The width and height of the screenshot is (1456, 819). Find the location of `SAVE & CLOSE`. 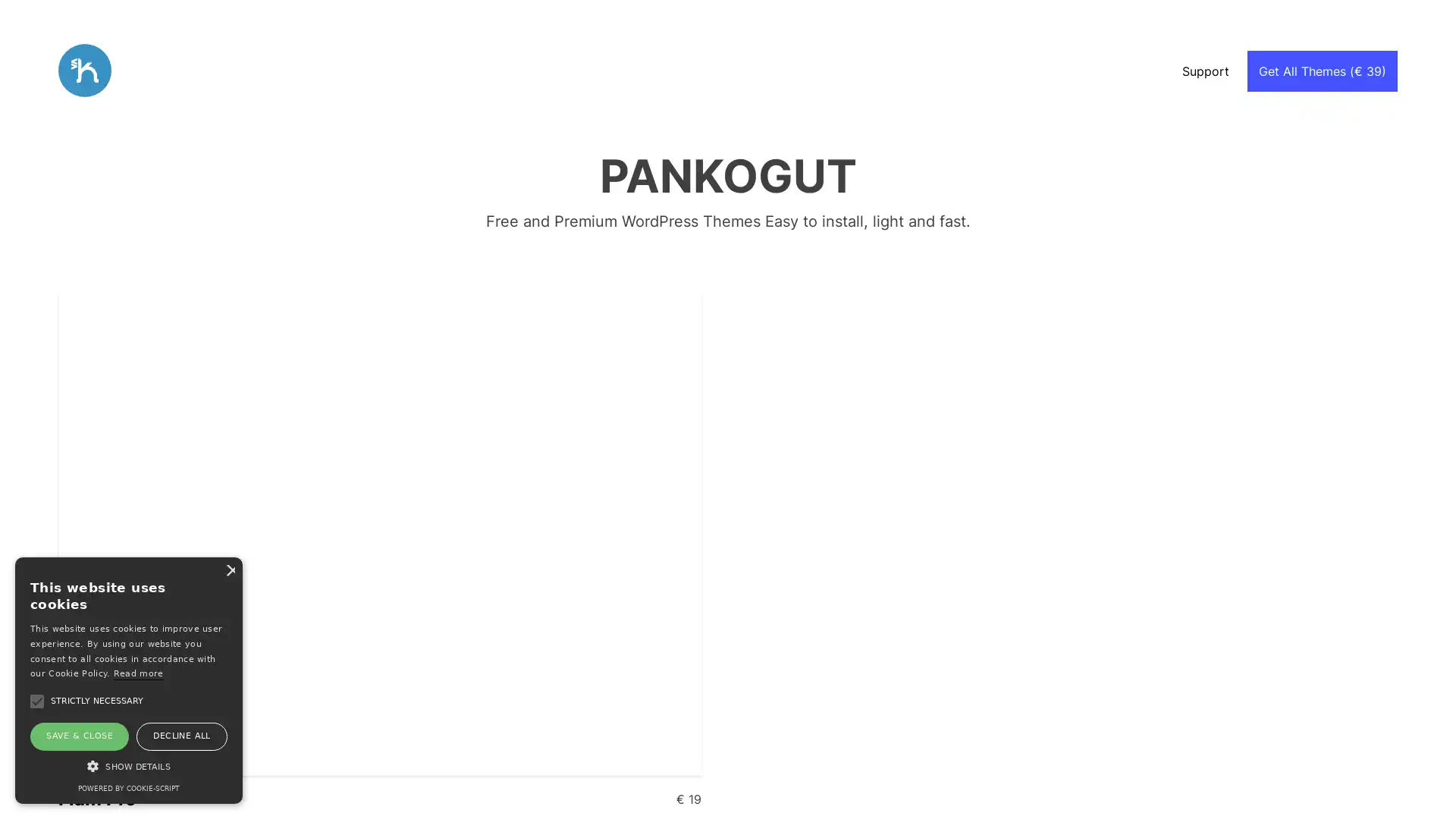

SAVE & CLOSE is located at coordinates (79, 736).